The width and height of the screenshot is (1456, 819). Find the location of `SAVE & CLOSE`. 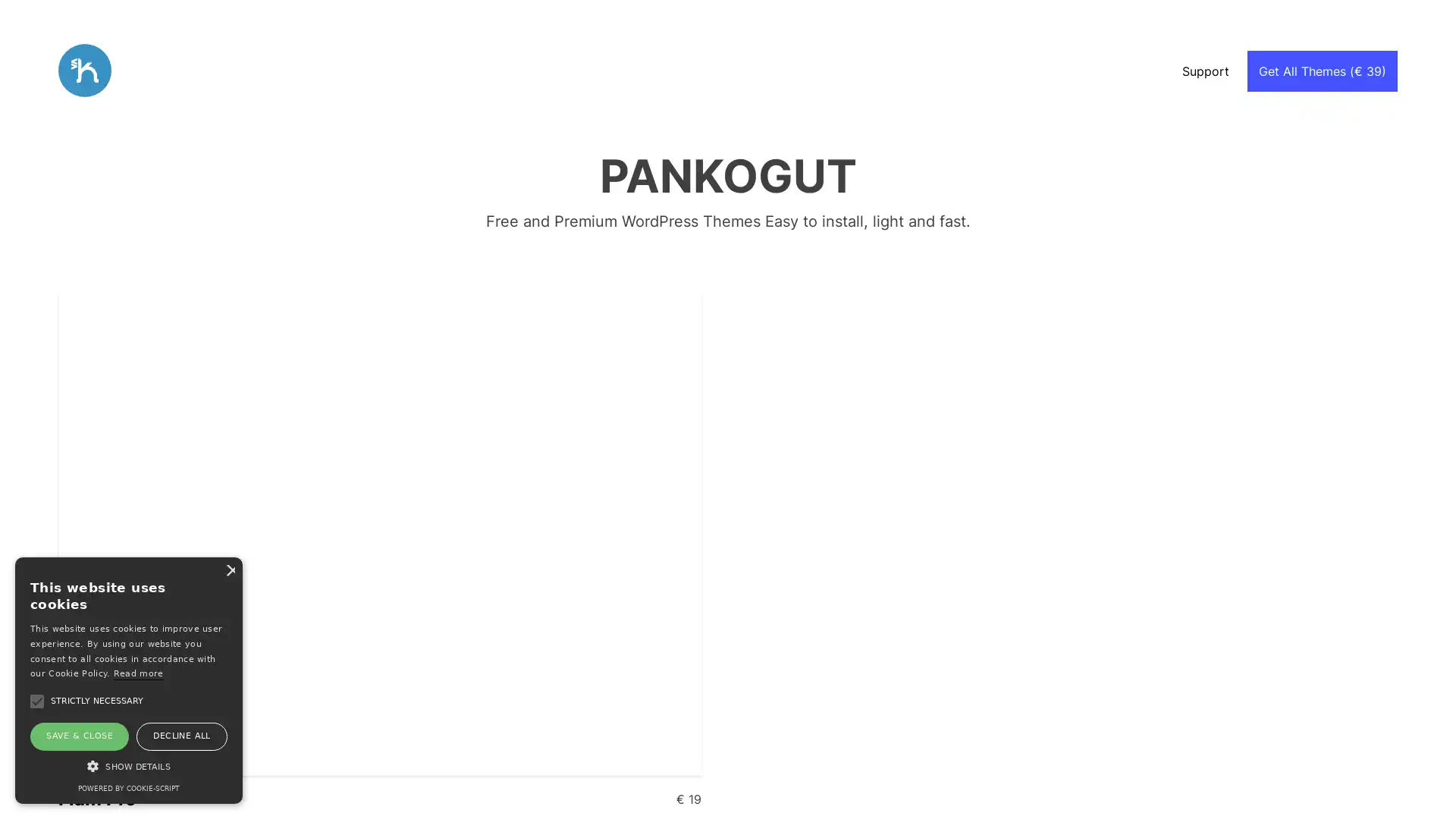

SAVE & CLOSE is located at coordinates (79, 736).